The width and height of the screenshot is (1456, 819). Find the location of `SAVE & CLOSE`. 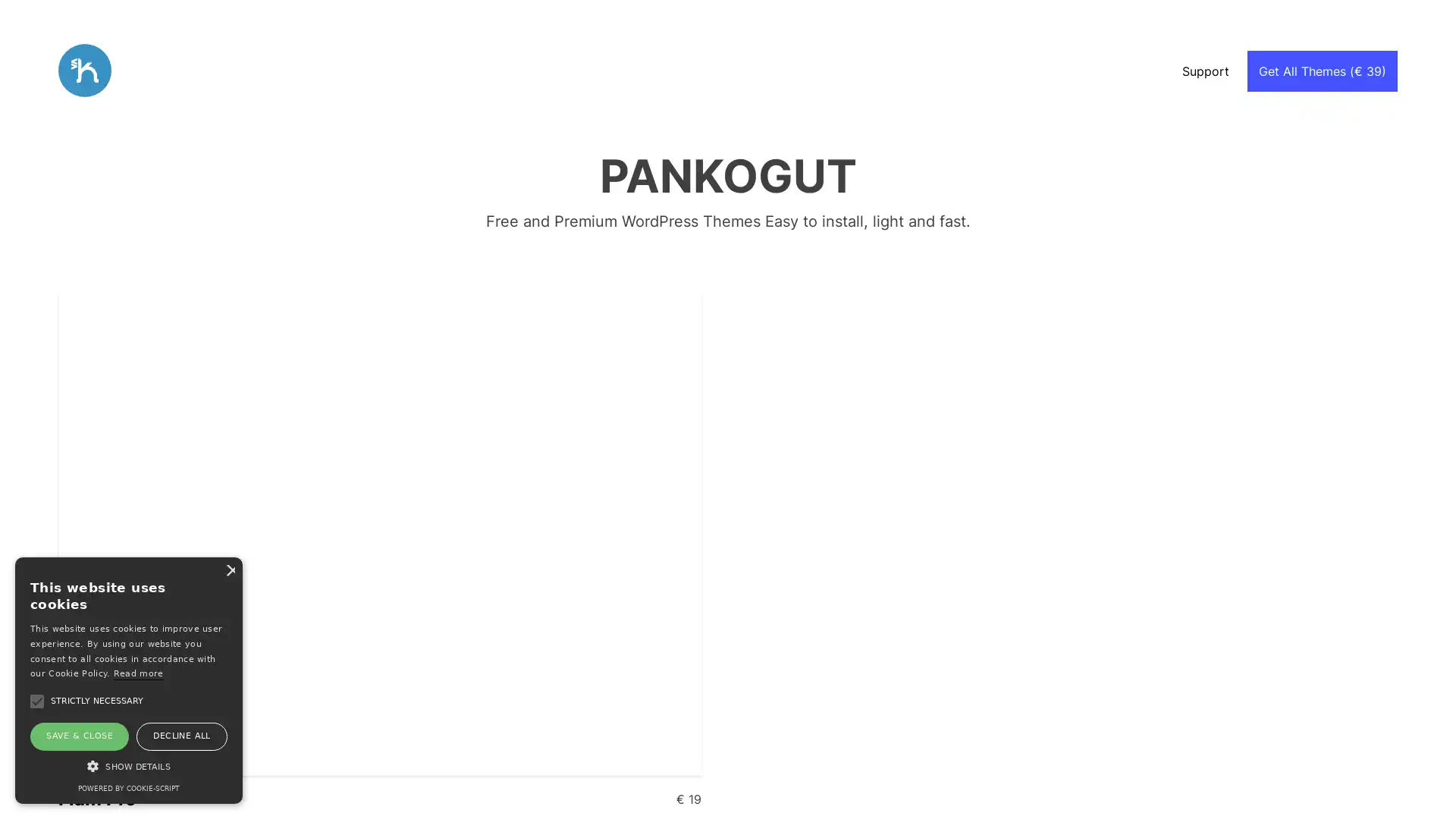

SAVE & CLOSE is located at coordinates (79, 736).